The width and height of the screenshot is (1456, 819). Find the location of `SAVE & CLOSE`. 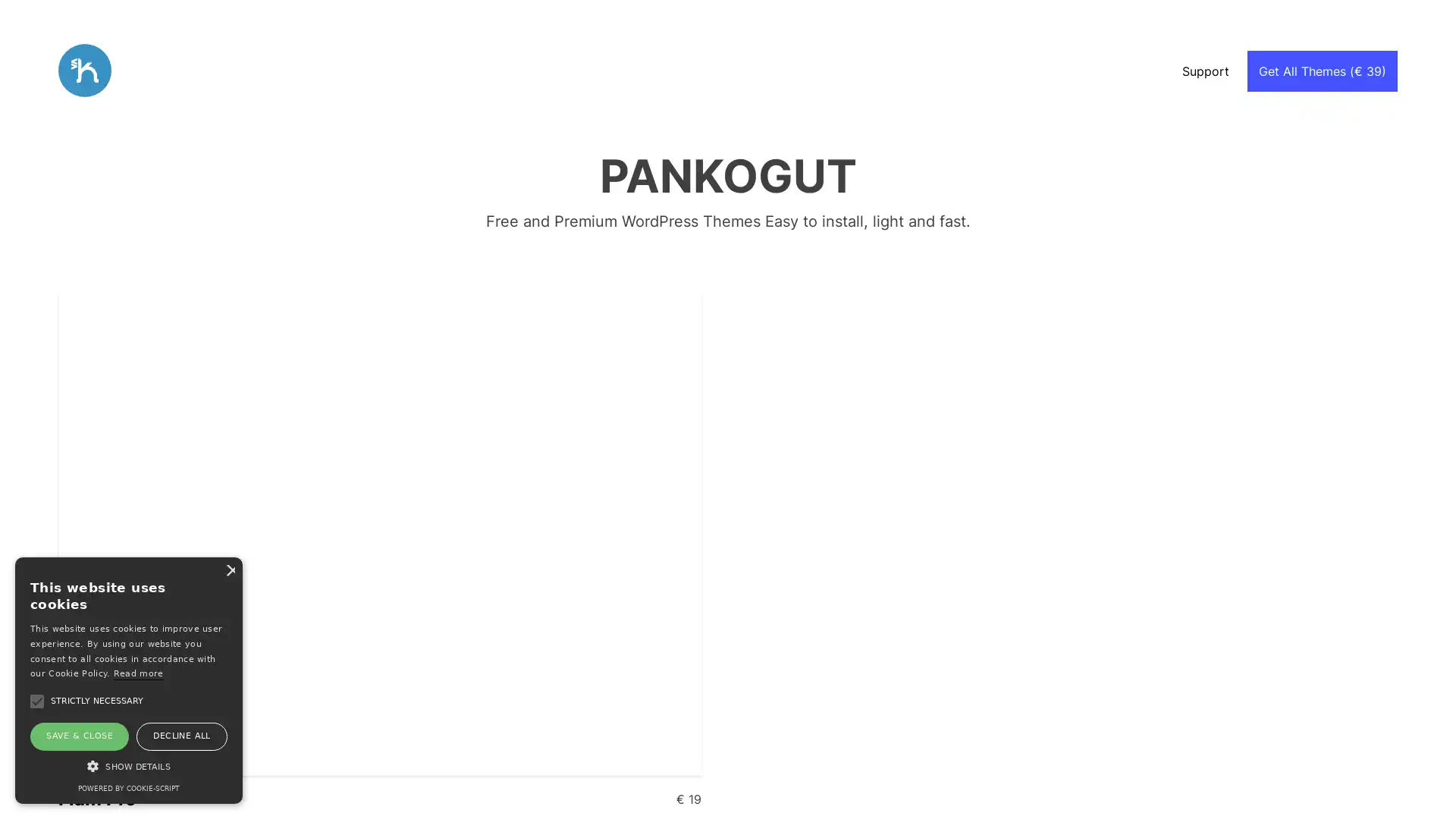

SAVE & CLOSE is located at coordinates (79, 736).